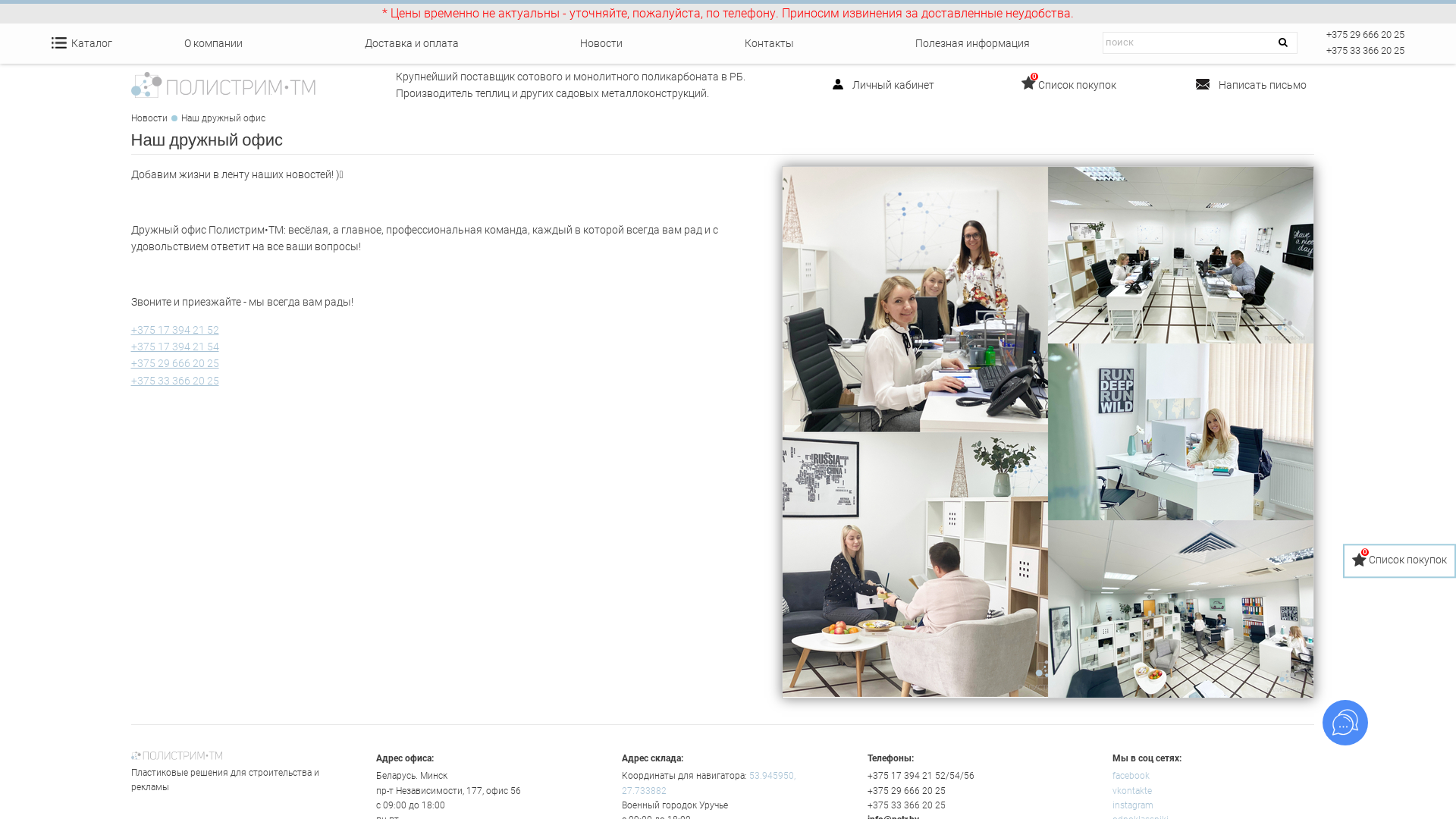  What do you see at coordinates (1131, 775) in the screenshot?
I see `'facebook'` at bounding box center [1131, 775].